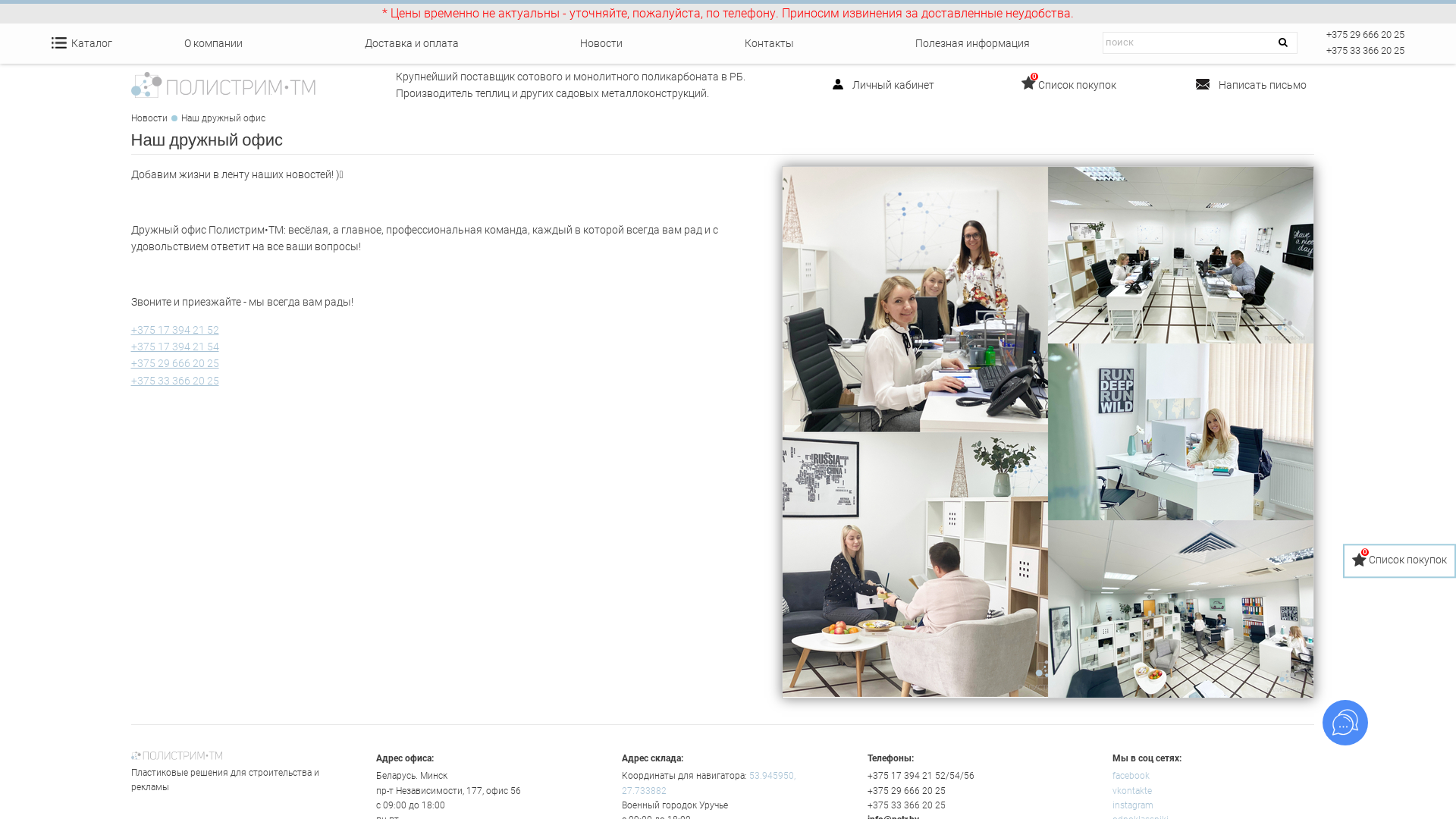  What do you see at coordinates (1131, 775) in the screenshot?
I see `'facebook'` at bounding box center [1131, 775].